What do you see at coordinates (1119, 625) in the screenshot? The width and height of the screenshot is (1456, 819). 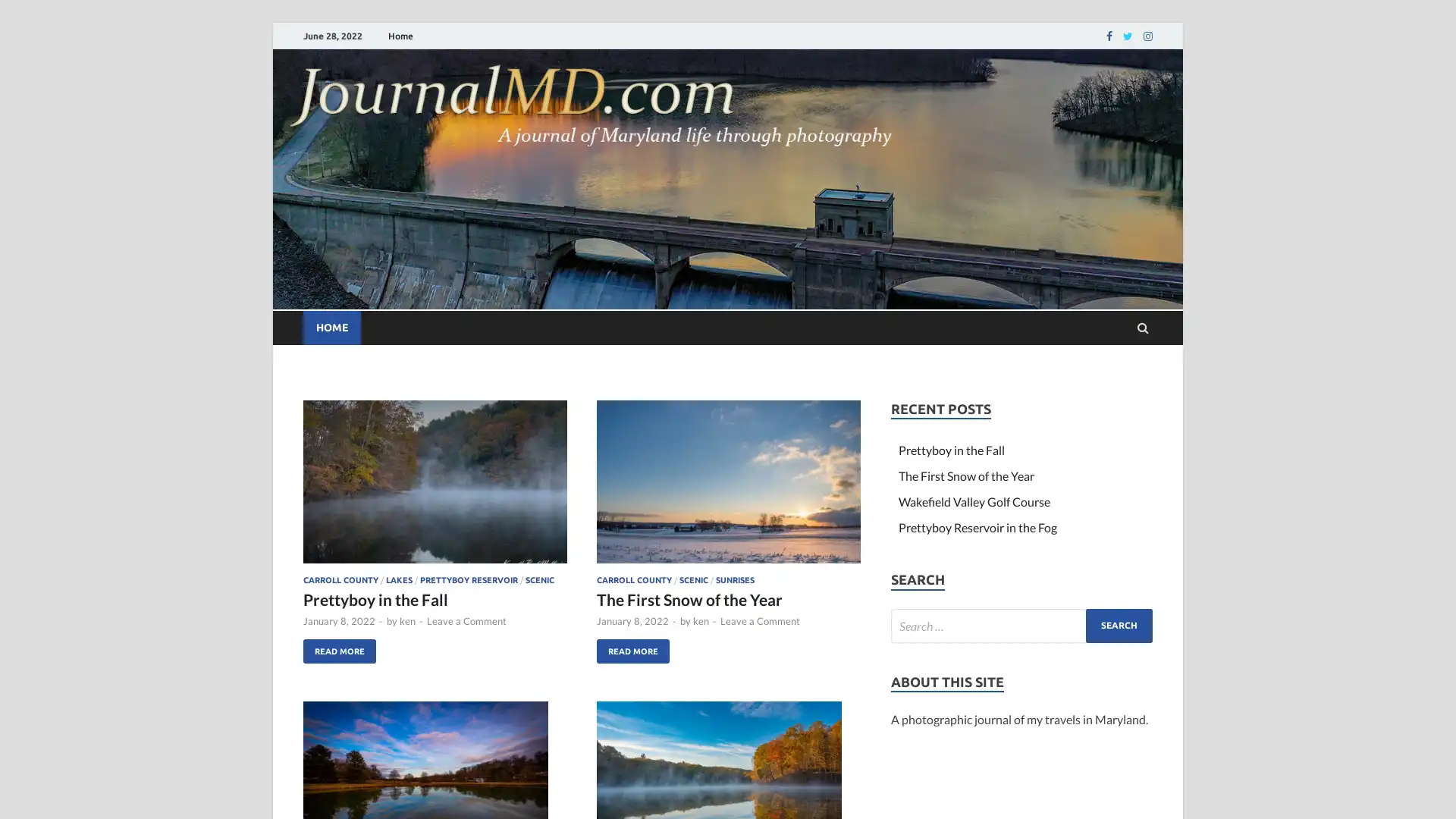 I see `Search` at bounding box center [1119, 625].